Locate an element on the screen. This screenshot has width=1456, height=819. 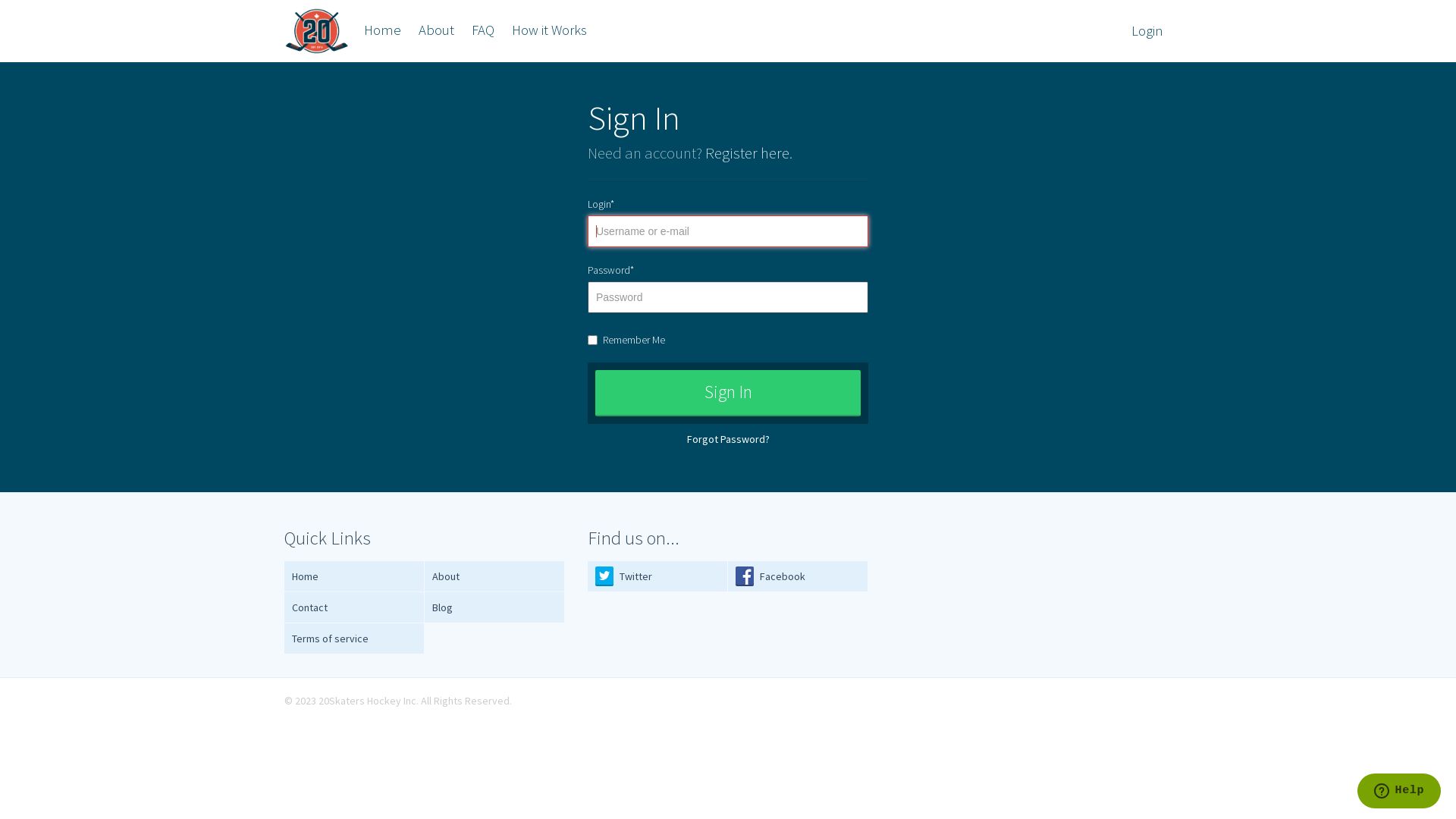
'Register here' is located at coordinates (747, 152).